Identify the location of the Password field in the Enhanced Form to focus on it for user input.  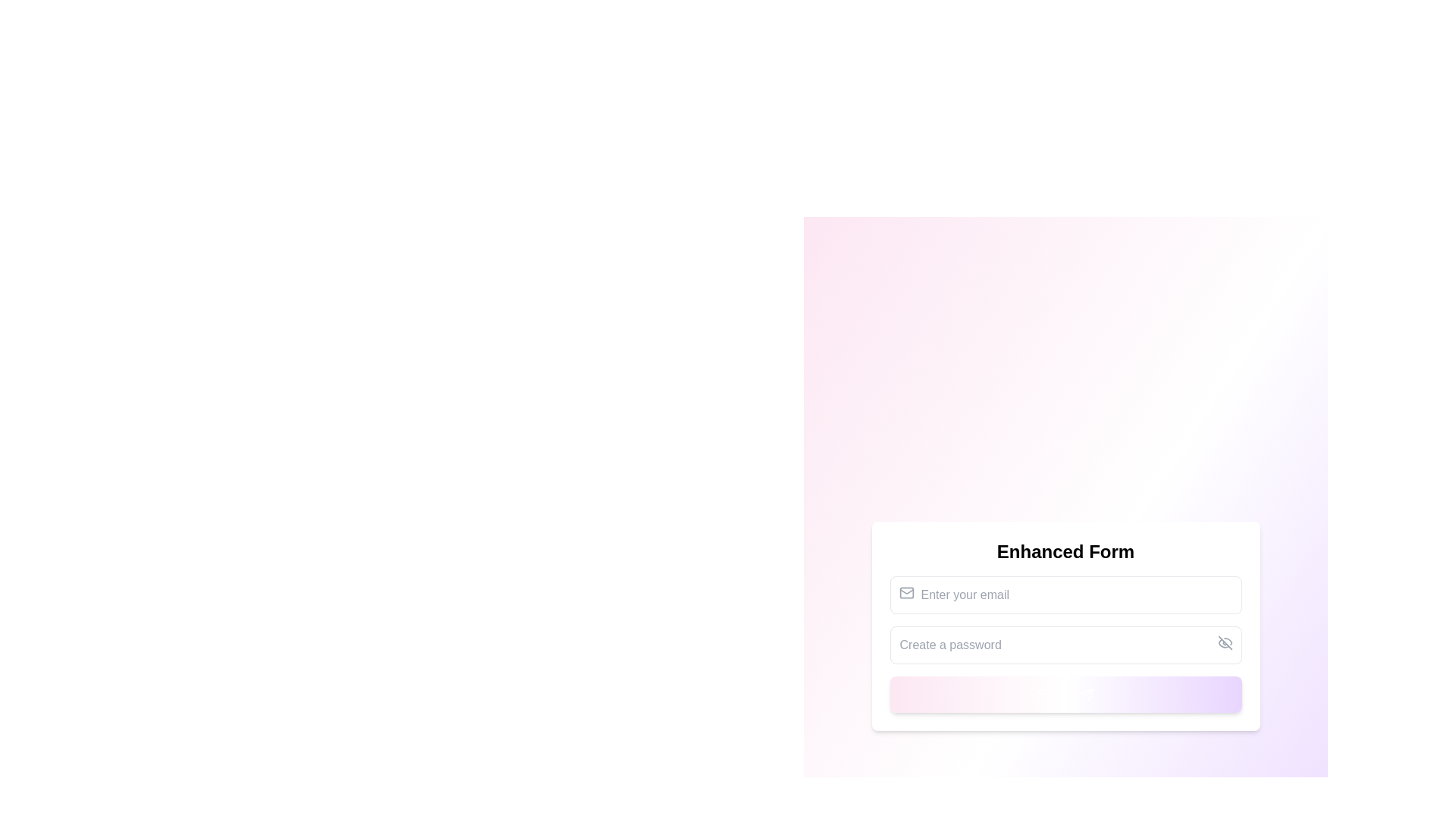
(1065, 644).